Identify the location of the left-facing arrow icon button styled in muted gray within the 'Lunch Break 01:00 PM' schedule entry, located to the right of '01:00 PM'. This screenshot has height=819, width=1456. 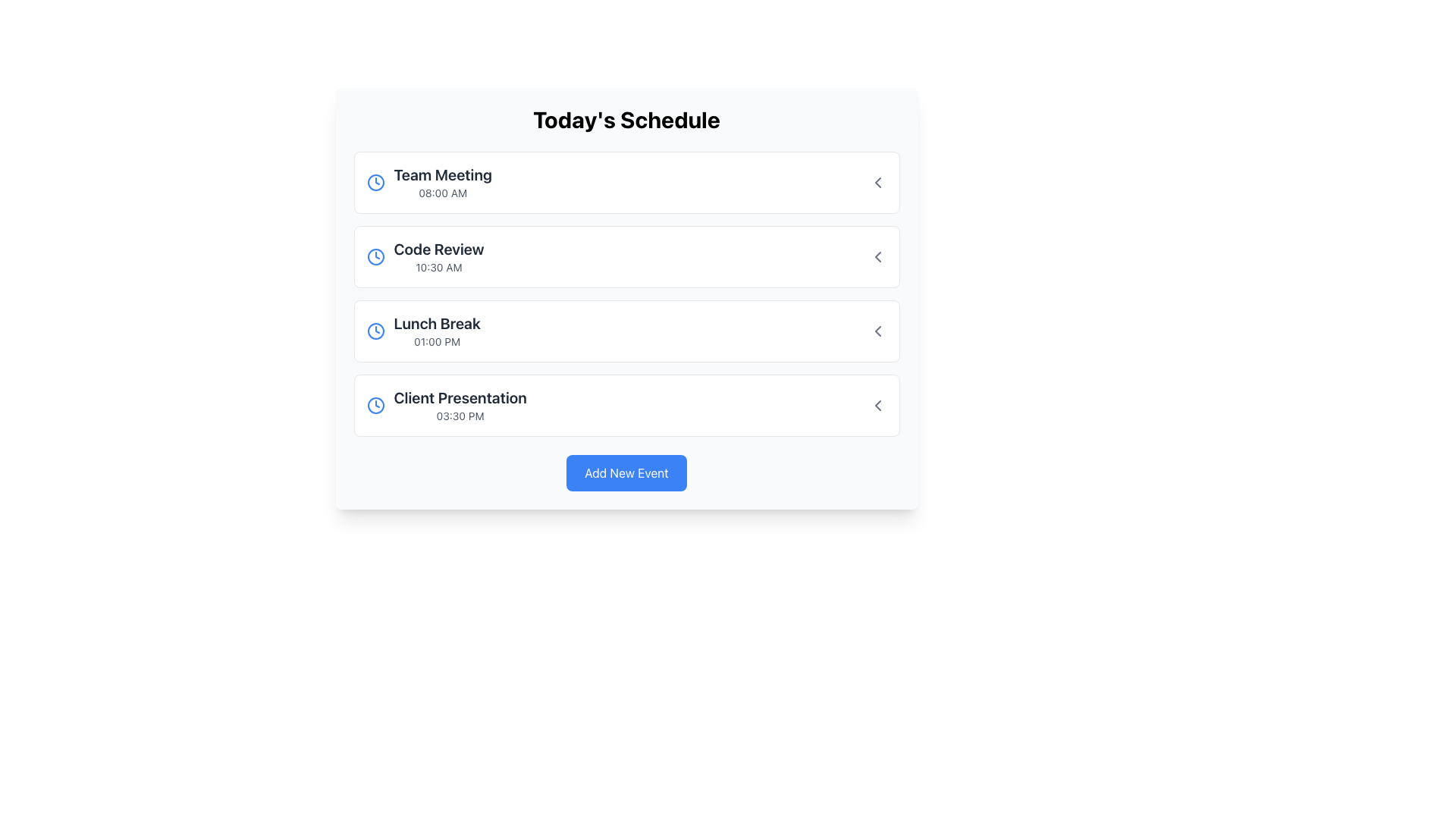
(877, 330).